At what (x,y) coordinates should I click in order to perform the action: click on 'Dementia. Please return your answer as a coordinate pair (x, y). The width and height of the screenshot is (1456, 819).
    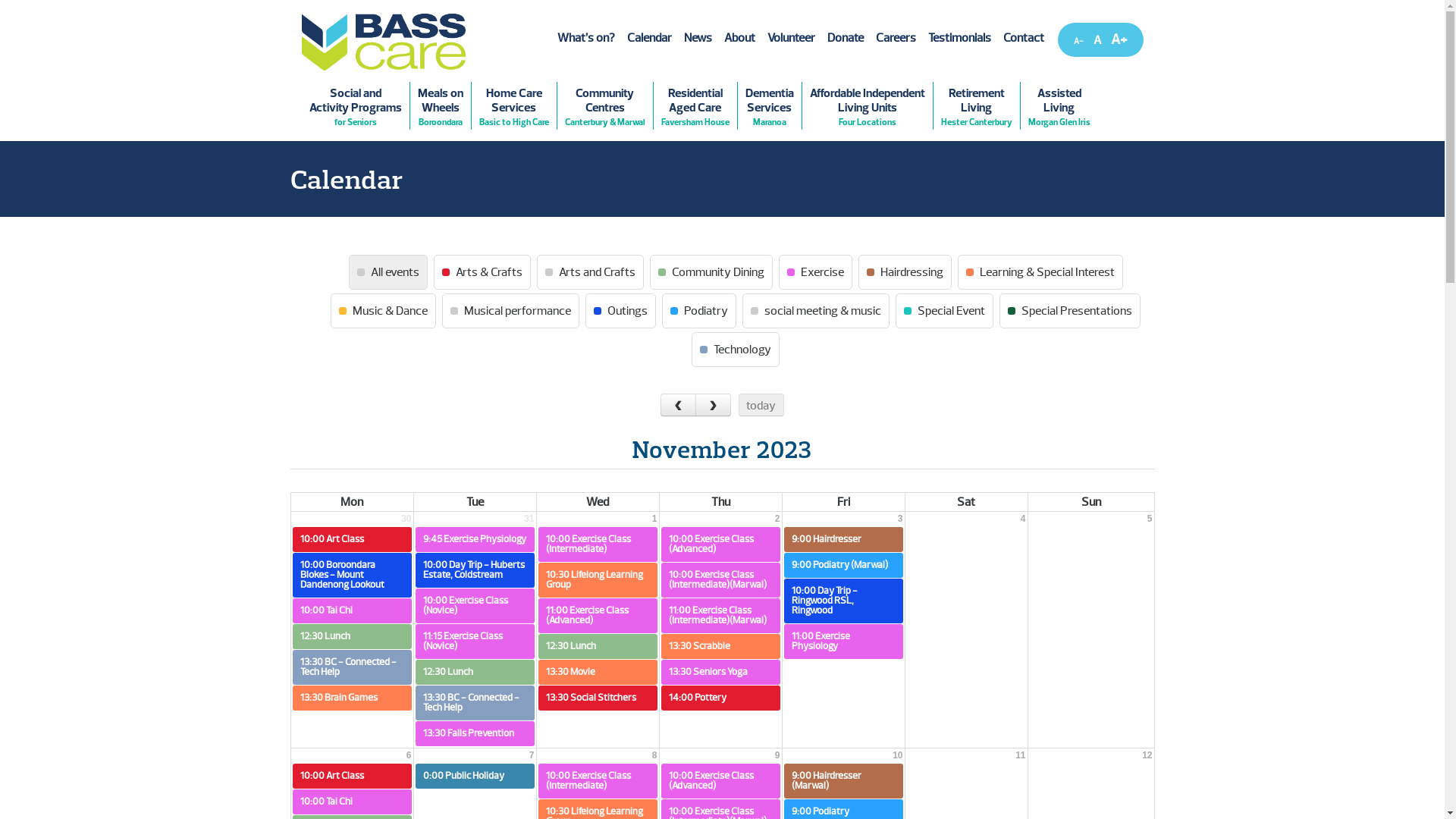
    Looking at the image, I should click on (736, 105).